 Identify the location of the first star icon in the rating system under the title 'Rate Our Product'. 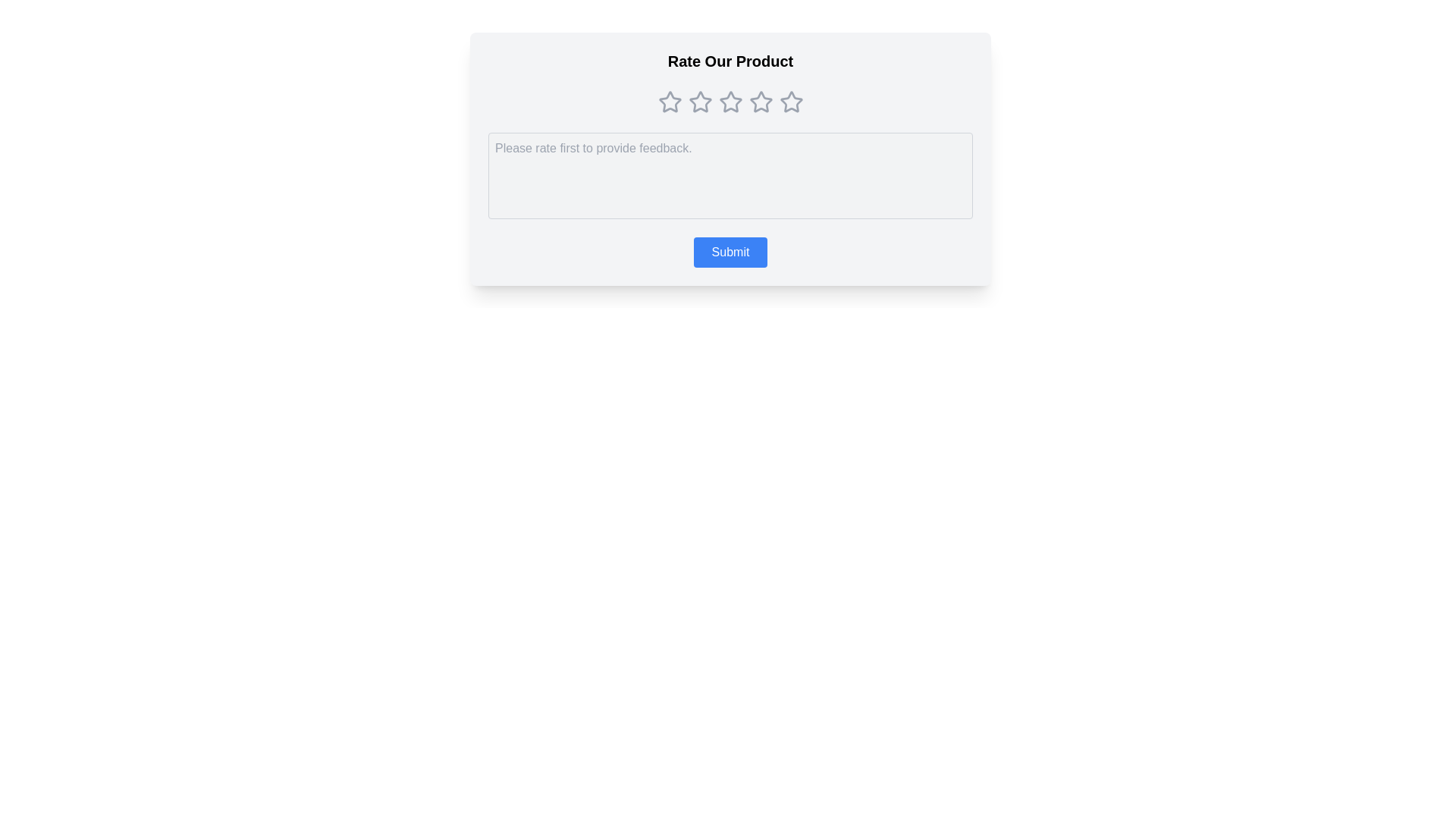
(669, 102).